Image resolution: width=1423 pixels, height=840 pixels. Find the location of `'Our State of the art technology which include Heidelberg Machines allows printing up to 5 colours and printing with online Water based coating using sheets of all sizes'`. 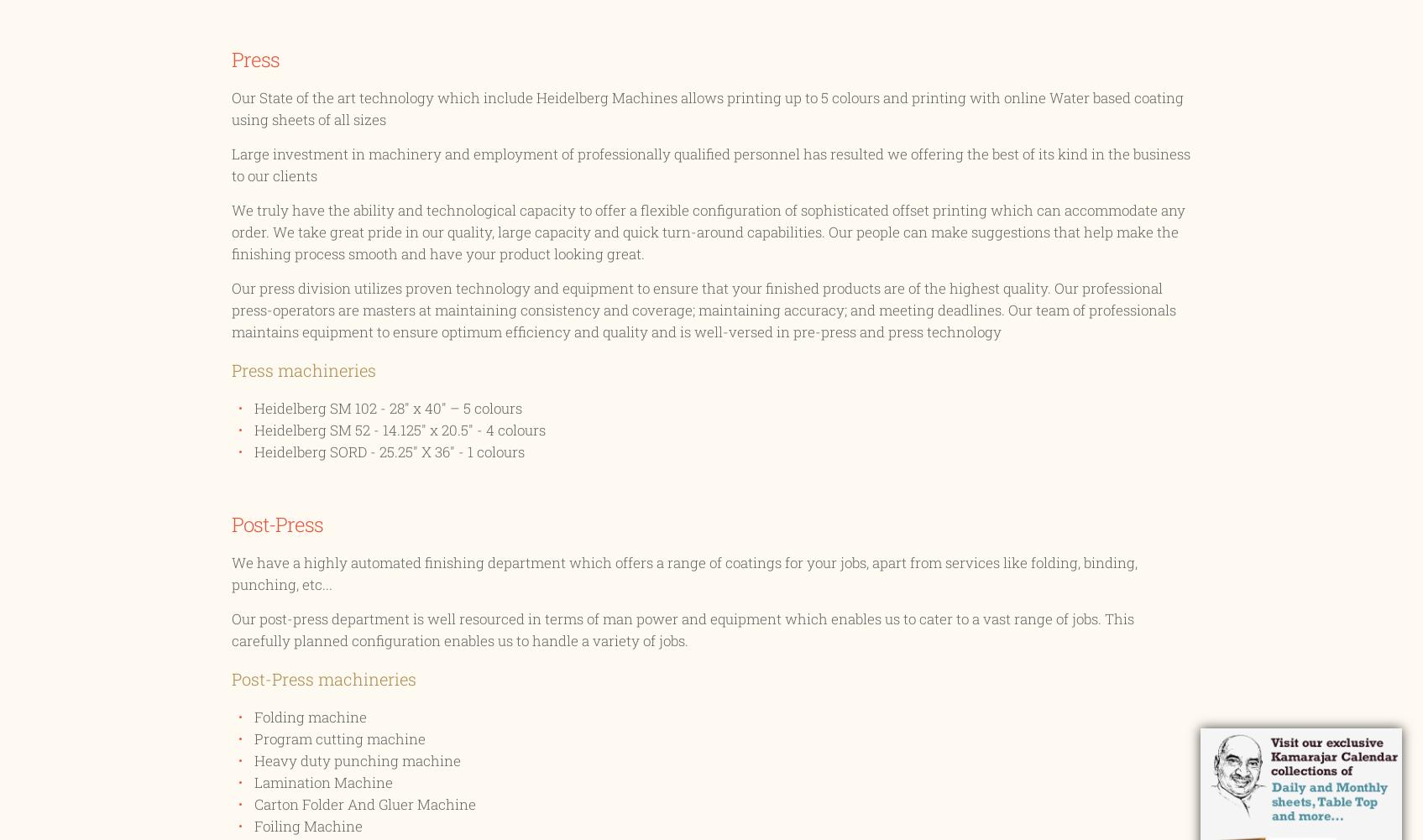

'Our State of the art technology which include Heidelberg Machines allows printing up to 5 colours and printing with online Water based coating using sheets of all sizes' is located at coordinates (230, 107).